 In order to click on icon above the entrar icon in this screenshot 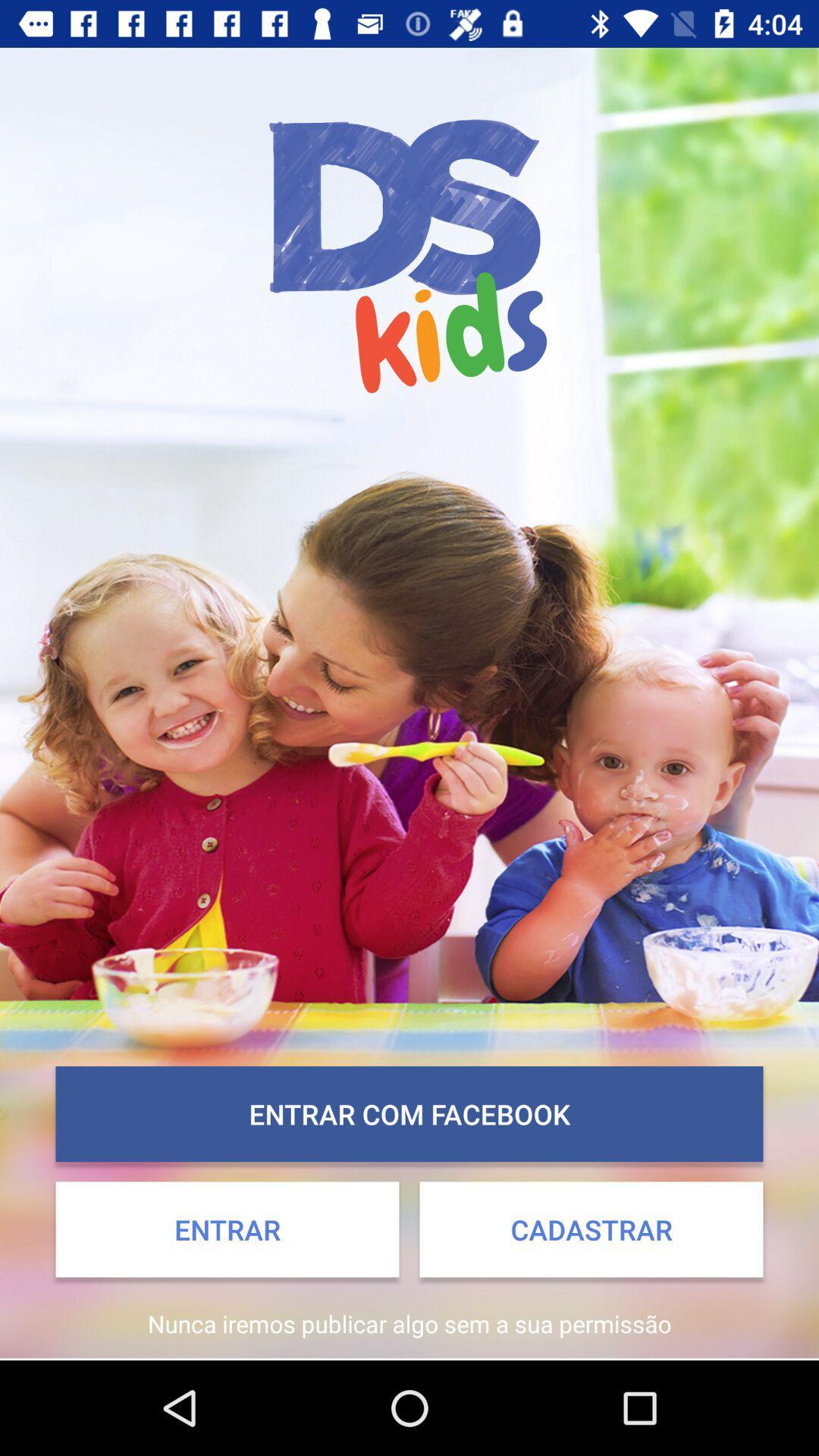, I will do `click(409, 1114)`.